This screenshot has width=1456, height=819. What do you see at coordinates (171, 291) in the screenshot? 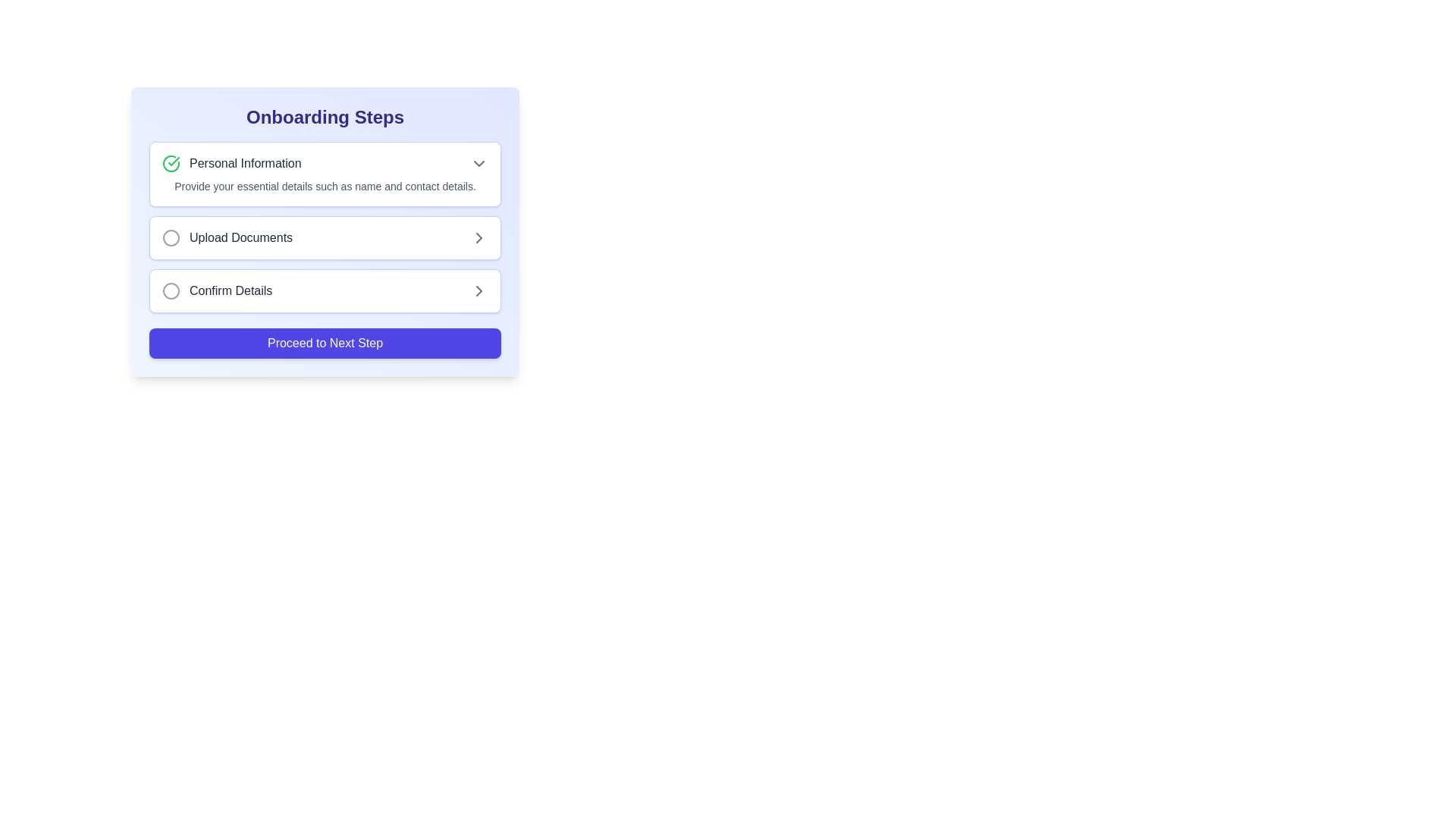
I see `the circular indicator icon with a gray stroke located in the left section of the 'Confirm Details' row in the onboarding step list` at bounding box center [171, 291].